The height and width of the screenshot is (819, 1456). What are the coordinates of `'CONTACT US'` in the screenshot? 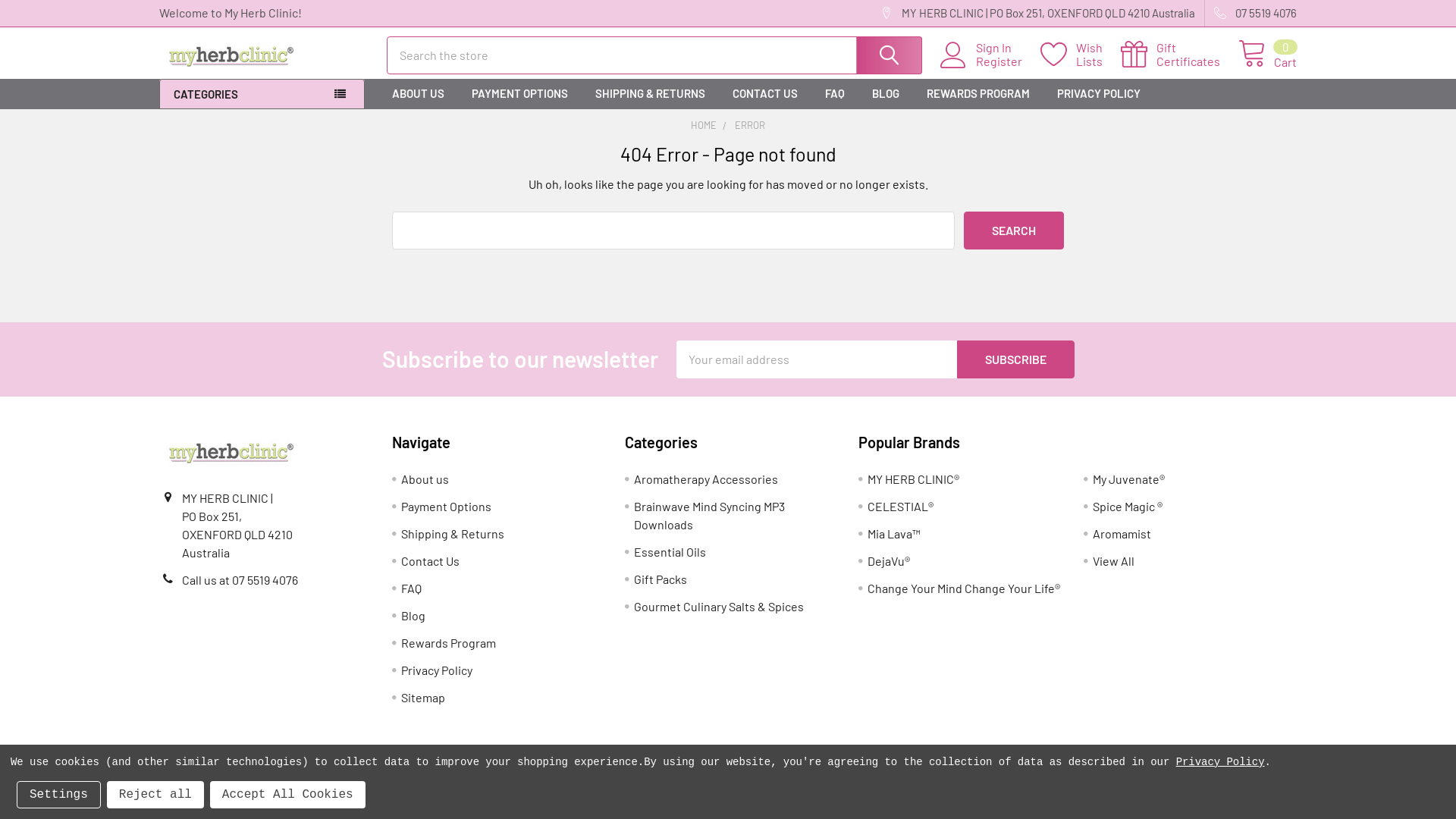 It's located at (764, 93).